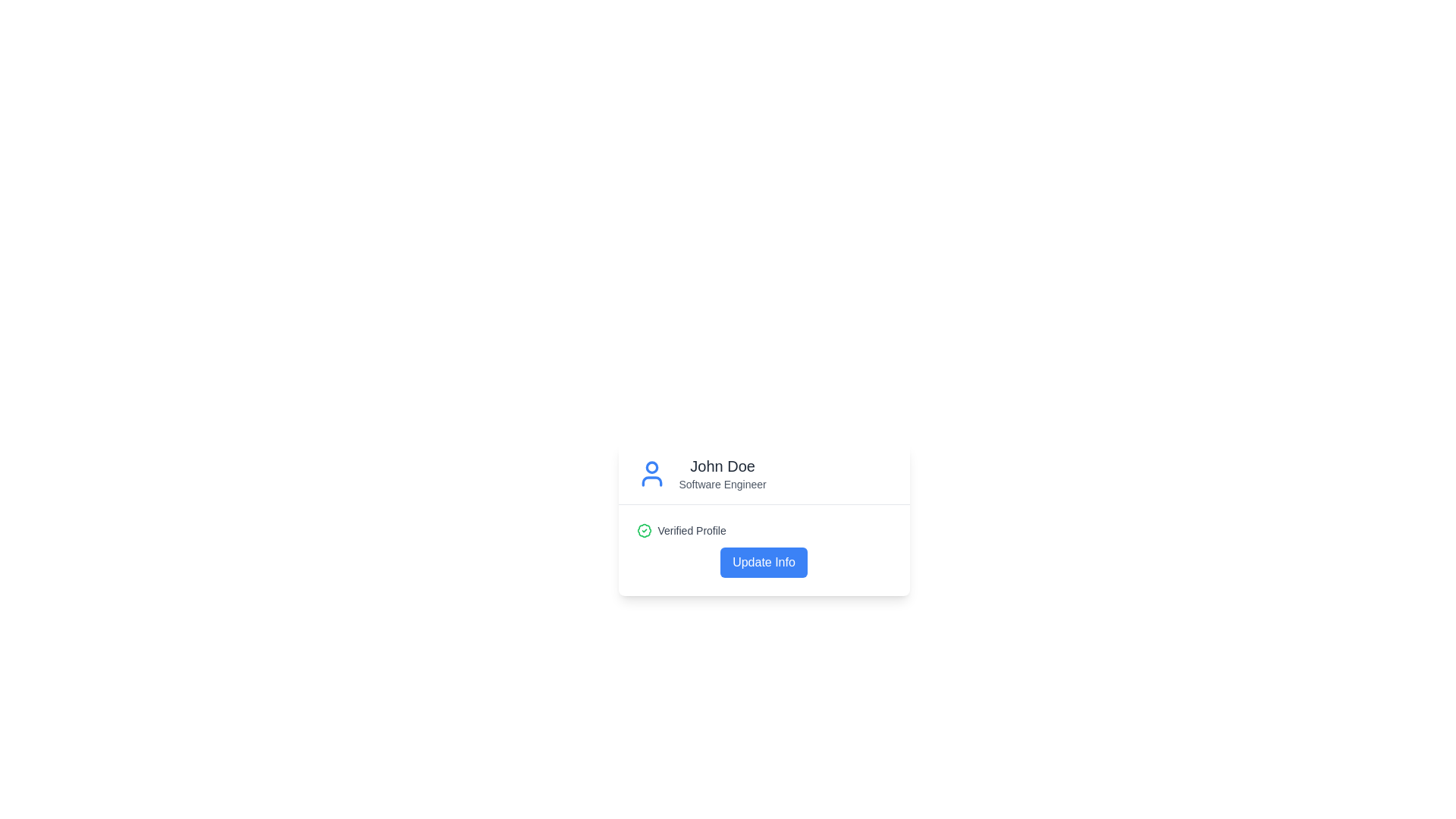  I want to click on the 'Update Info' button with a blue background and white text for keyboard navigation, so click(764, 562).